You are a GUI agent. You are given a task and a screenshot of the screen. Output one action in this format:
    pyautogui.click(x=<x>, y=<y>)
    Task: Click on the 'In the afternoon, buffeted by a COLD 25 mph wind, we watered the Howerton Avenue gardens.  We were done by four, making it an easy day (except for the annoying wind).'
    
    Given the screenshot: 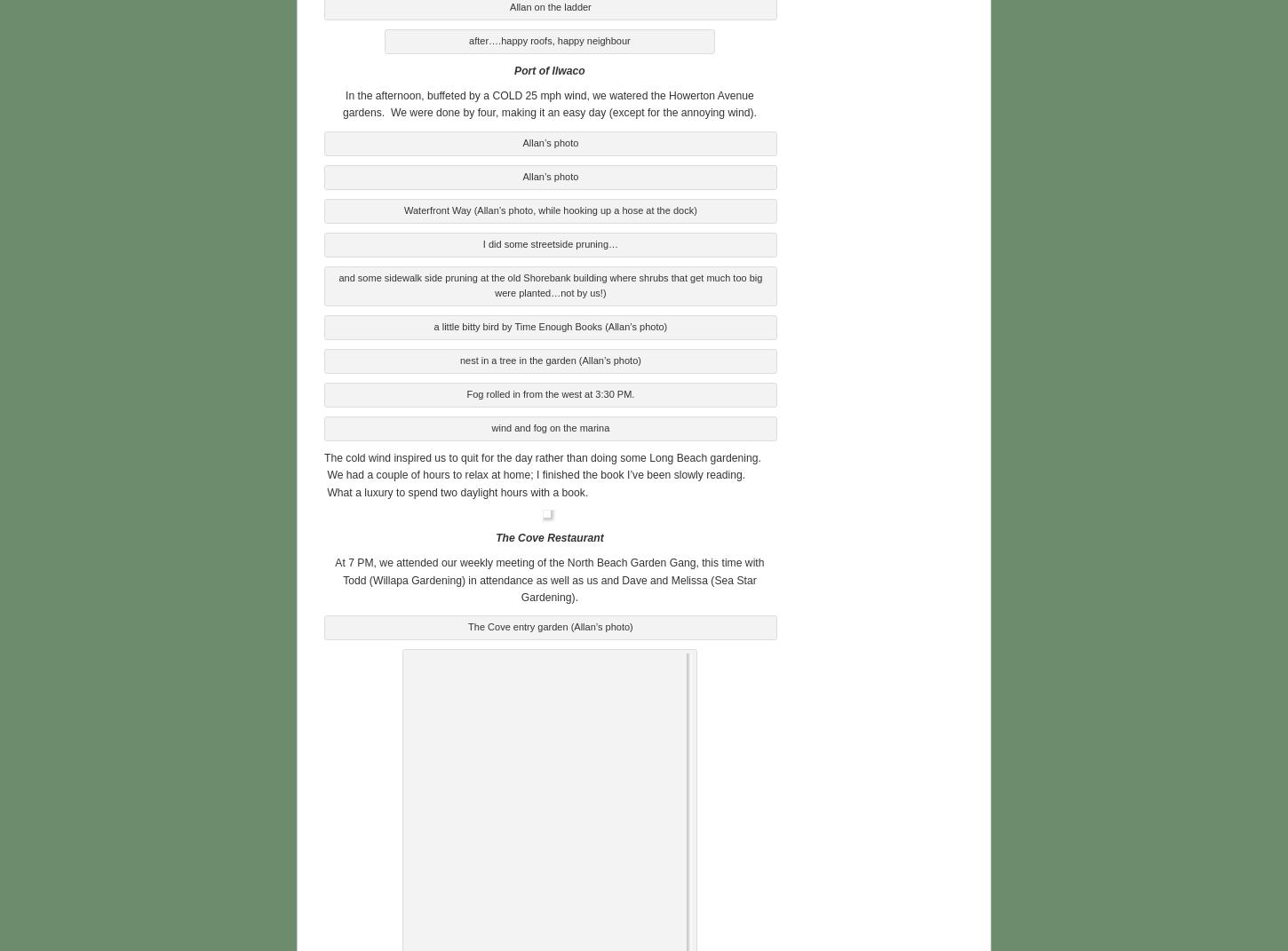 What is the action you would take?
    pyautogui.click(x=547, y=102)
    